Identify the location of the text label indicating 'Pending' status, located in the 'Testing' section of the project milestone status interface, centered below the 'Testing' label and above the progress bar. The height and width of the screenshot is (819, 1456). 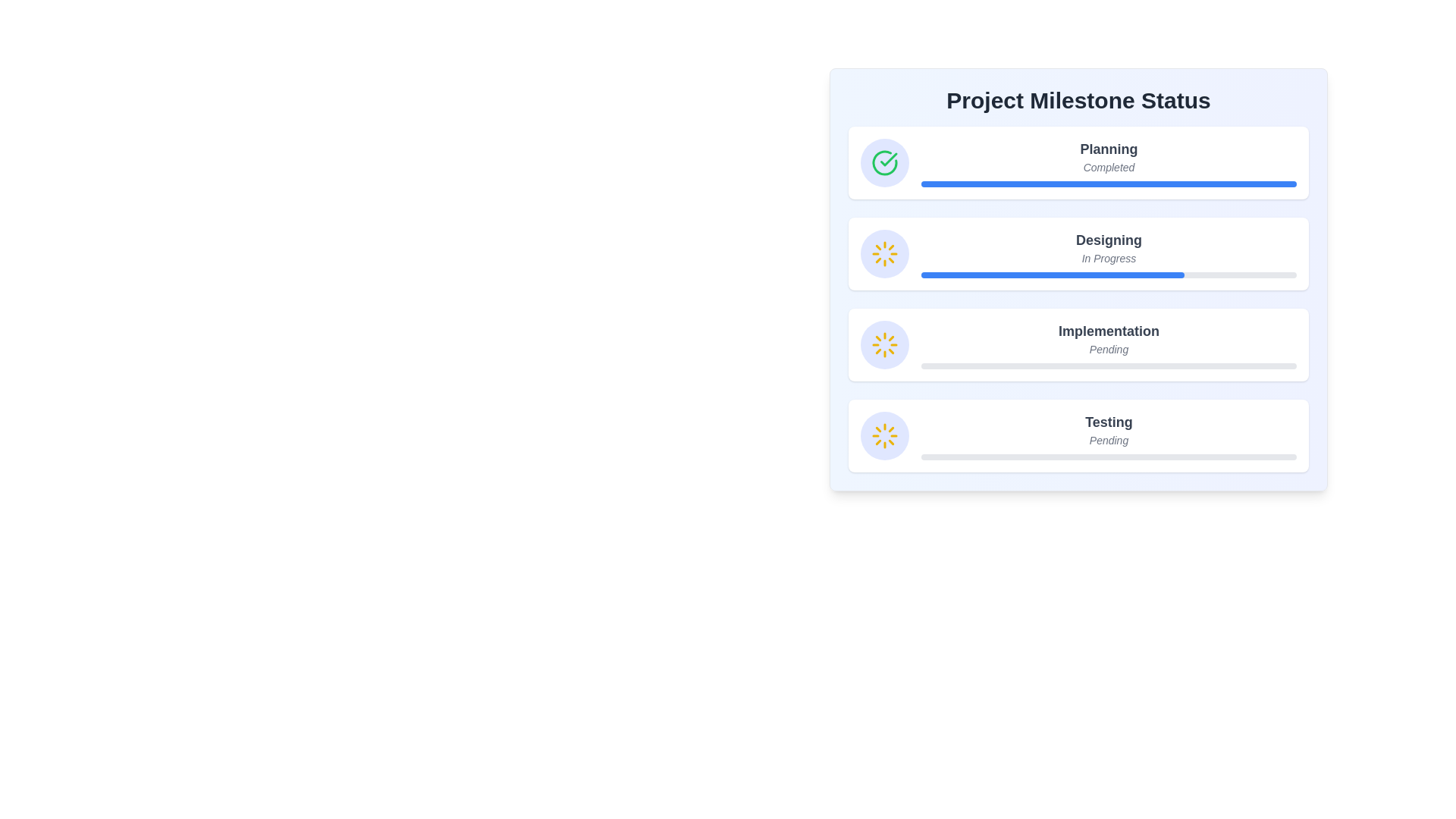
(1109, 441).